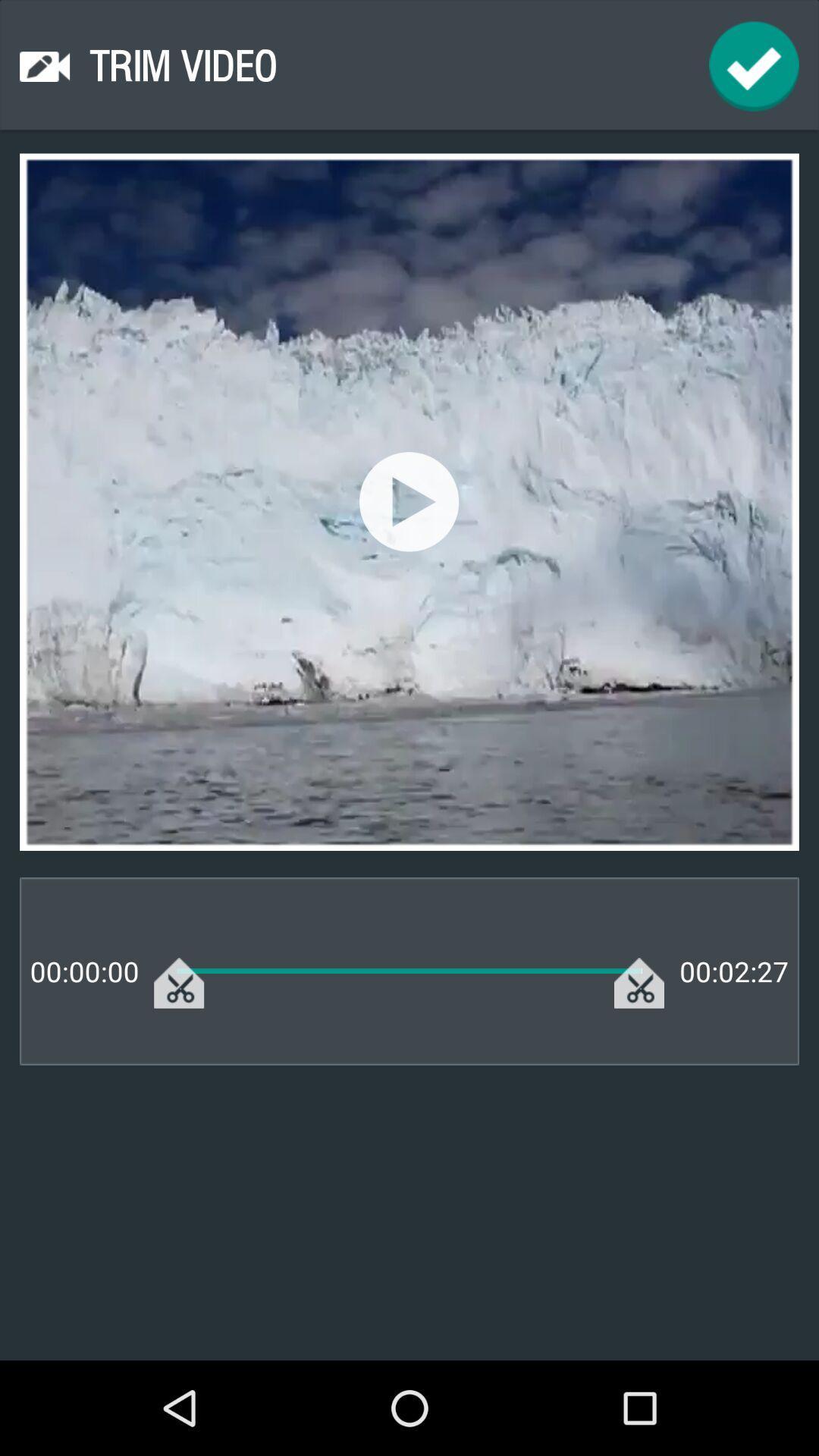  What do you see at coordinates (754, 65) in the screenshot?
I see `trim video selection` at bounding box center [754, 65].